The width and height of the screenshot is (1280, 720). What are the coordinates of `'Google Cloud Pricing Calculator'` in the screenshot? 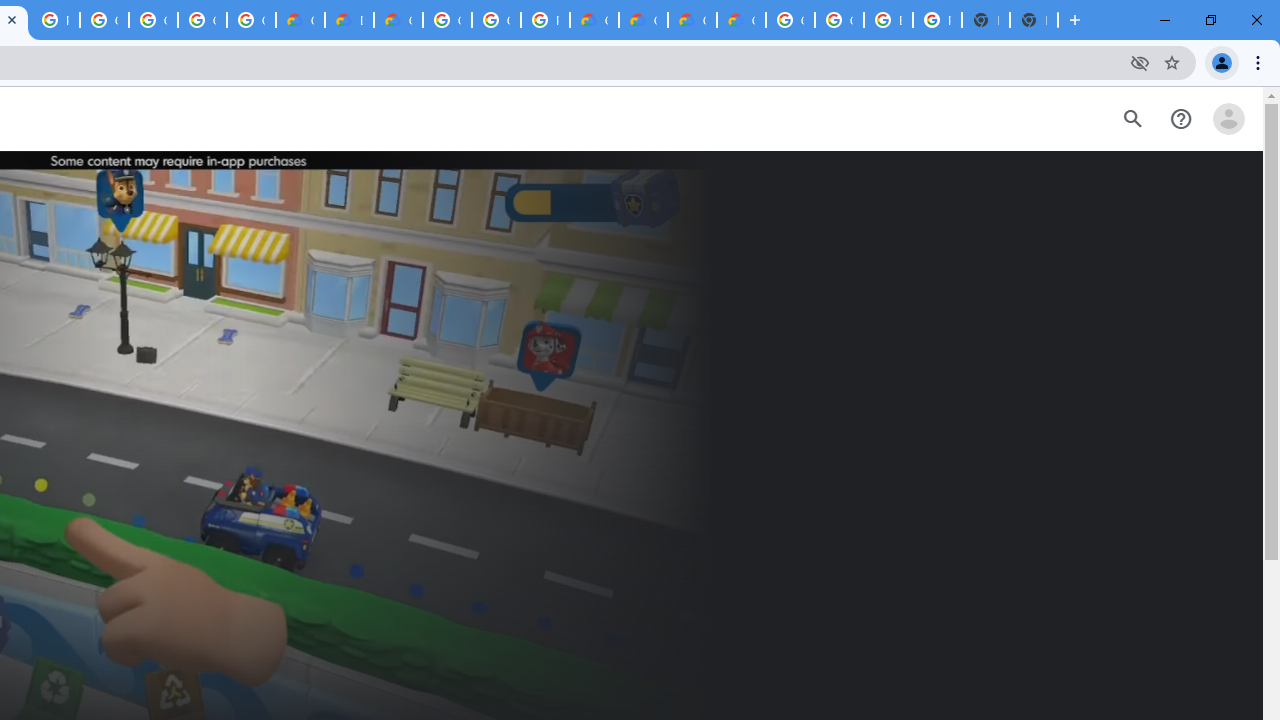 It's located at (692, 20).